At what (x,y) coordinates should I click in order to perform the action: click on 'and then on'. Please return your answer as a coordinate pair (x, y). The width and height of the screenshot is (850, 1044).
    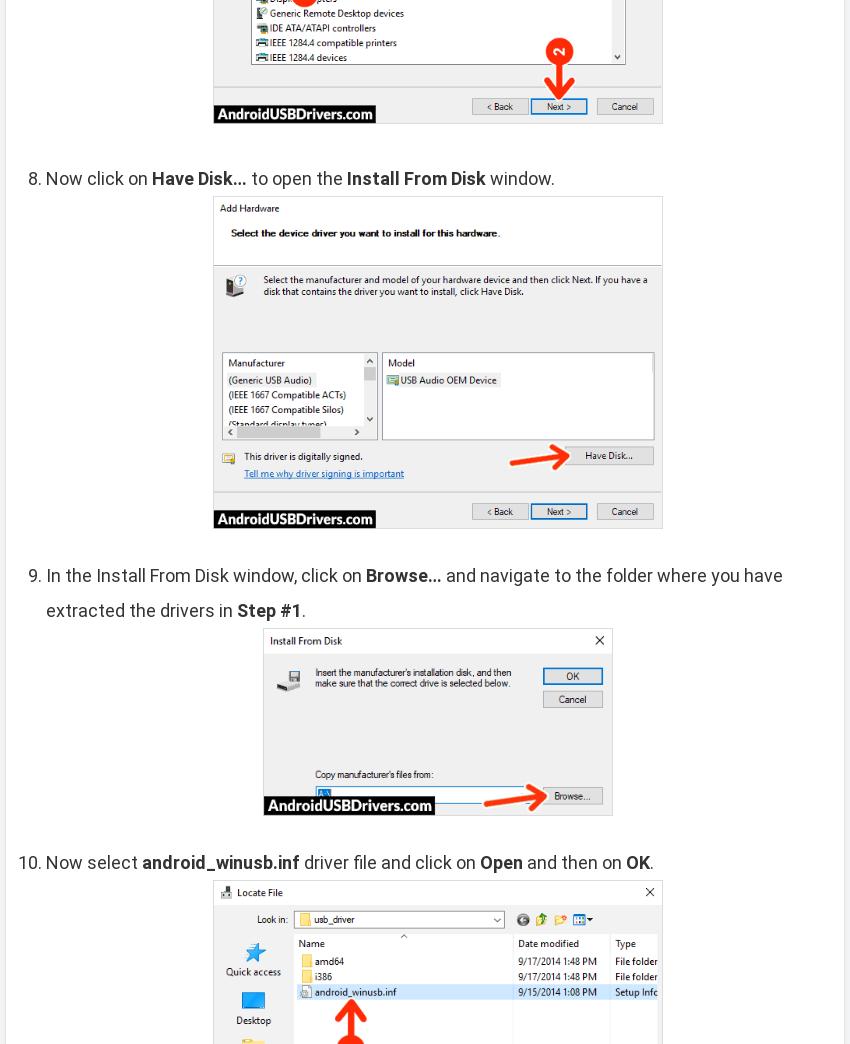
    Looking at the image, I should click on (574, 861).